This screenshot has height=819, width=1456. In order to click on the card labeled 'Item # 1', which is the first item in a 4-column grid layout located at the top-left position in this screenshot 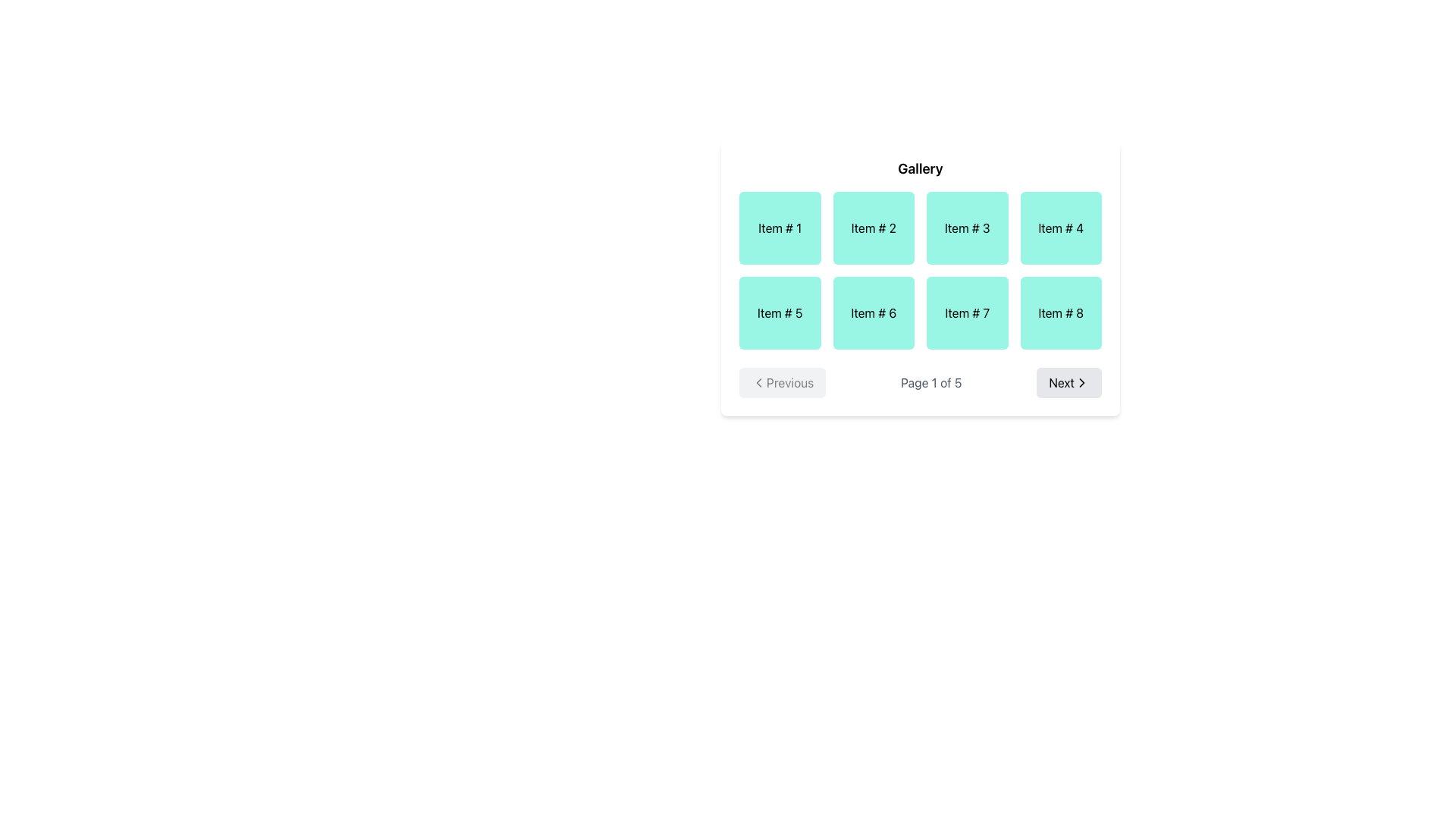, I will do `click(780, 227)`.